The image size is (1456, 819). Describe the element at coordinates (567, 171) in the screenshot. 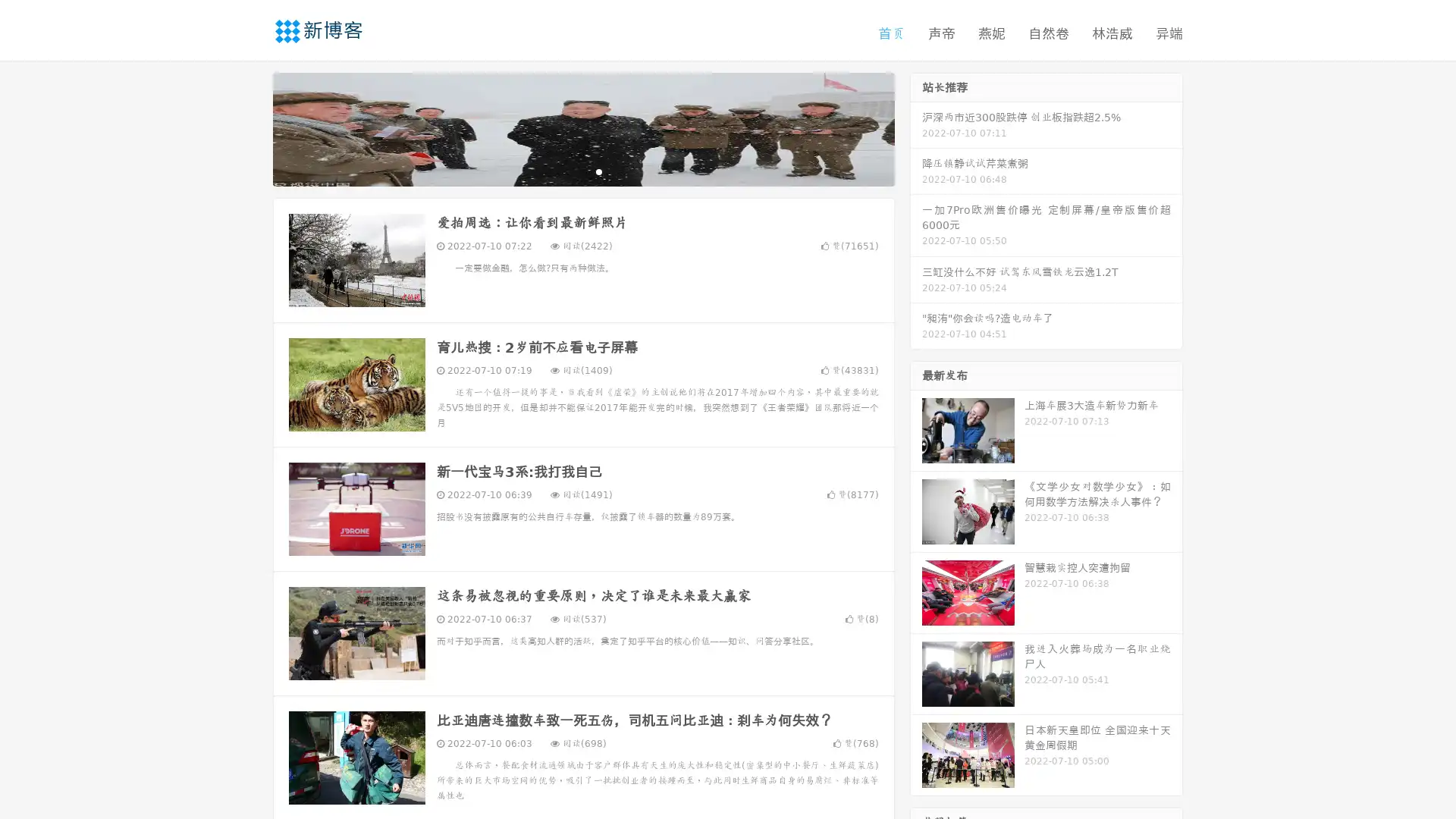

I see `Go to slide 1` at that location.